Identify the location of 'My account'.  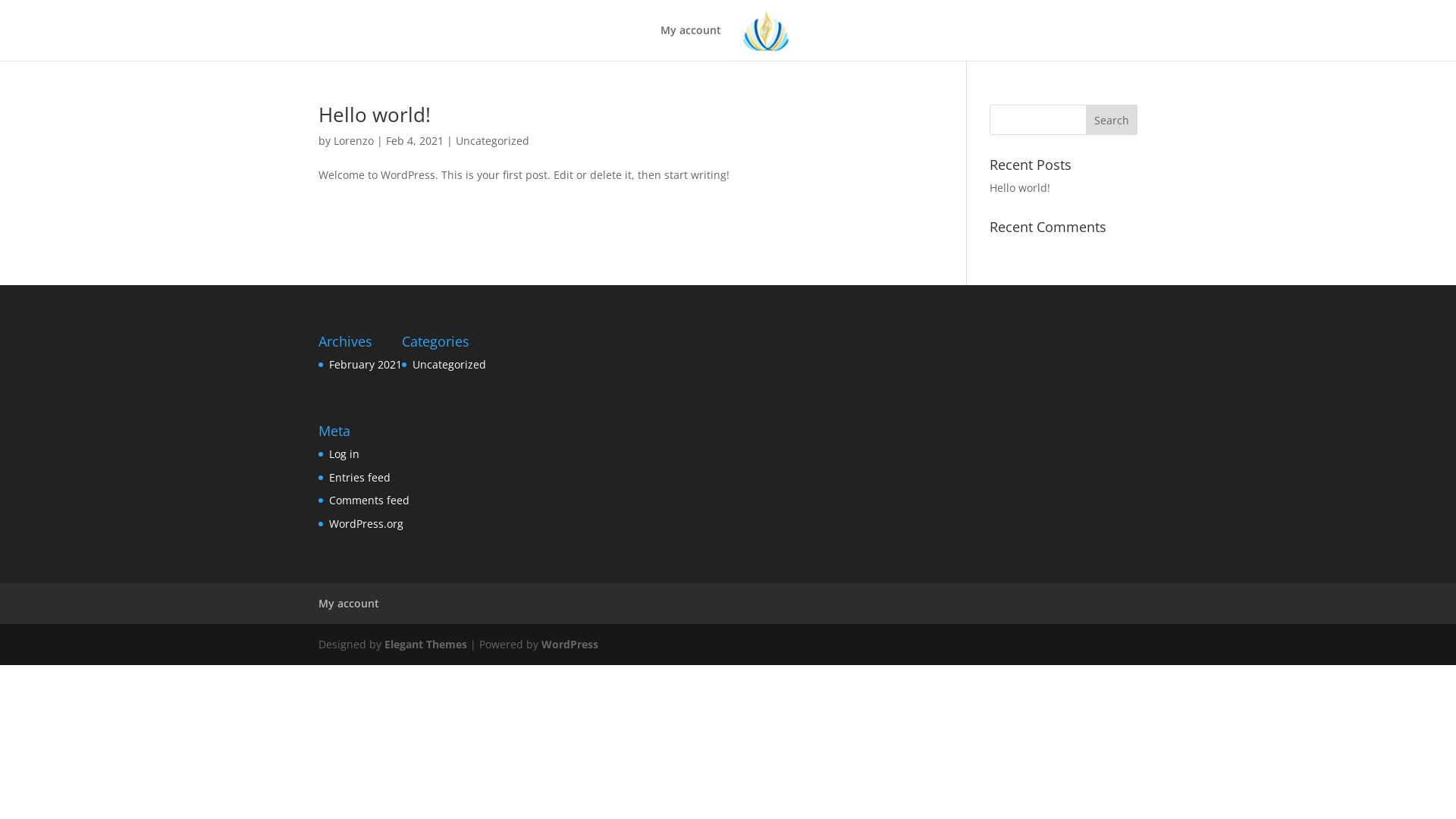
(348, 602).